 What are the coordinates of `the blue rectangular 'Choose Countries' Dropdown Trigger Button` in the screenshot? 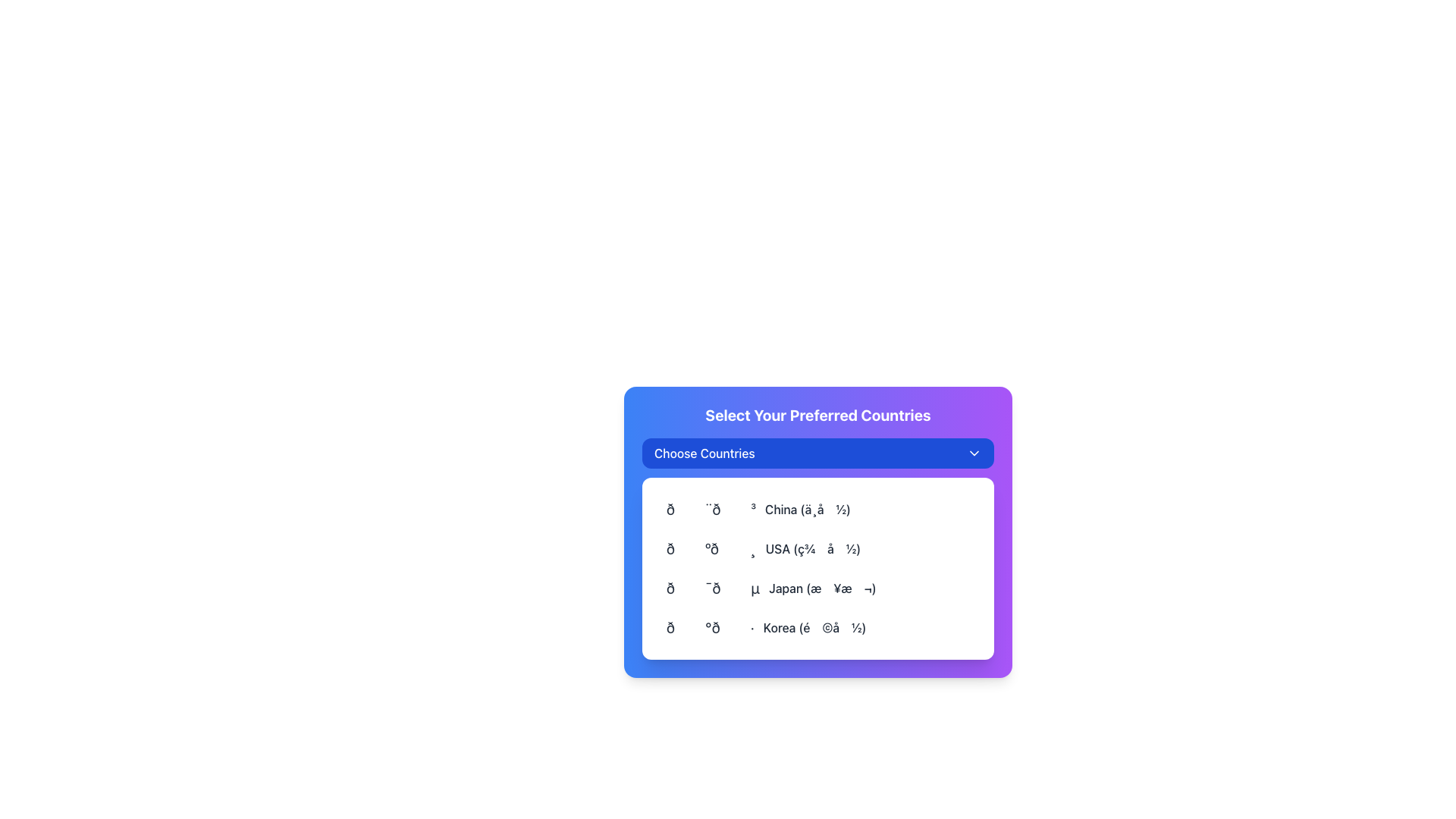 It's located at (817, 452).